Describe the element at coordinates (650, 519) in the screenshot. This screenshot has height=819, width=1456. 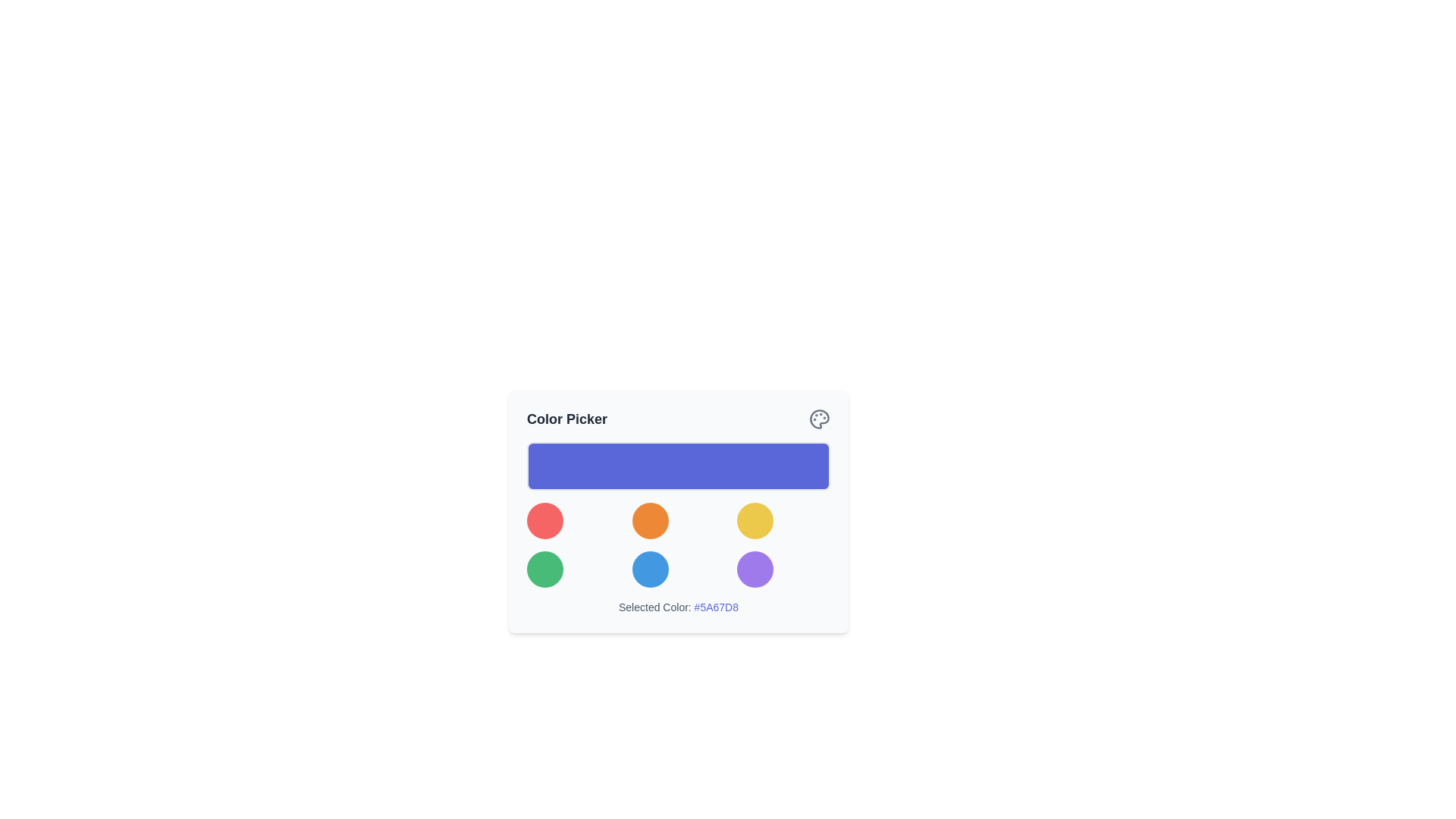
I see `the circular button with an orange background located in the top row of a 3x2 grid, to the right of a red button and to the left of a yellow button` at that location.